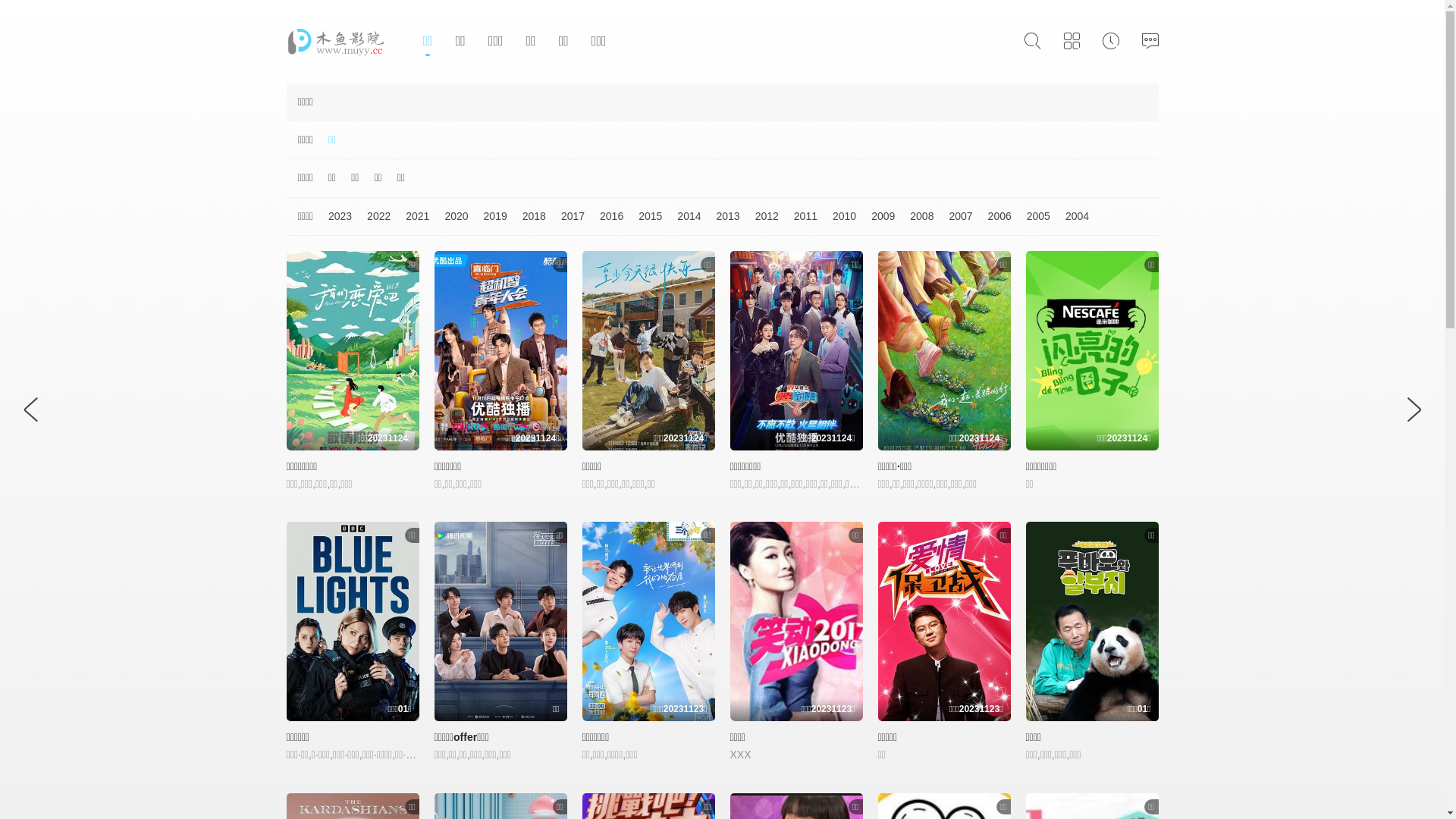 The height and width of the screenshot is (819, 1456). What do you see at coordinates (913, 216) in the screenshot?
I see `'2008'` at bounding box center [913, 216].